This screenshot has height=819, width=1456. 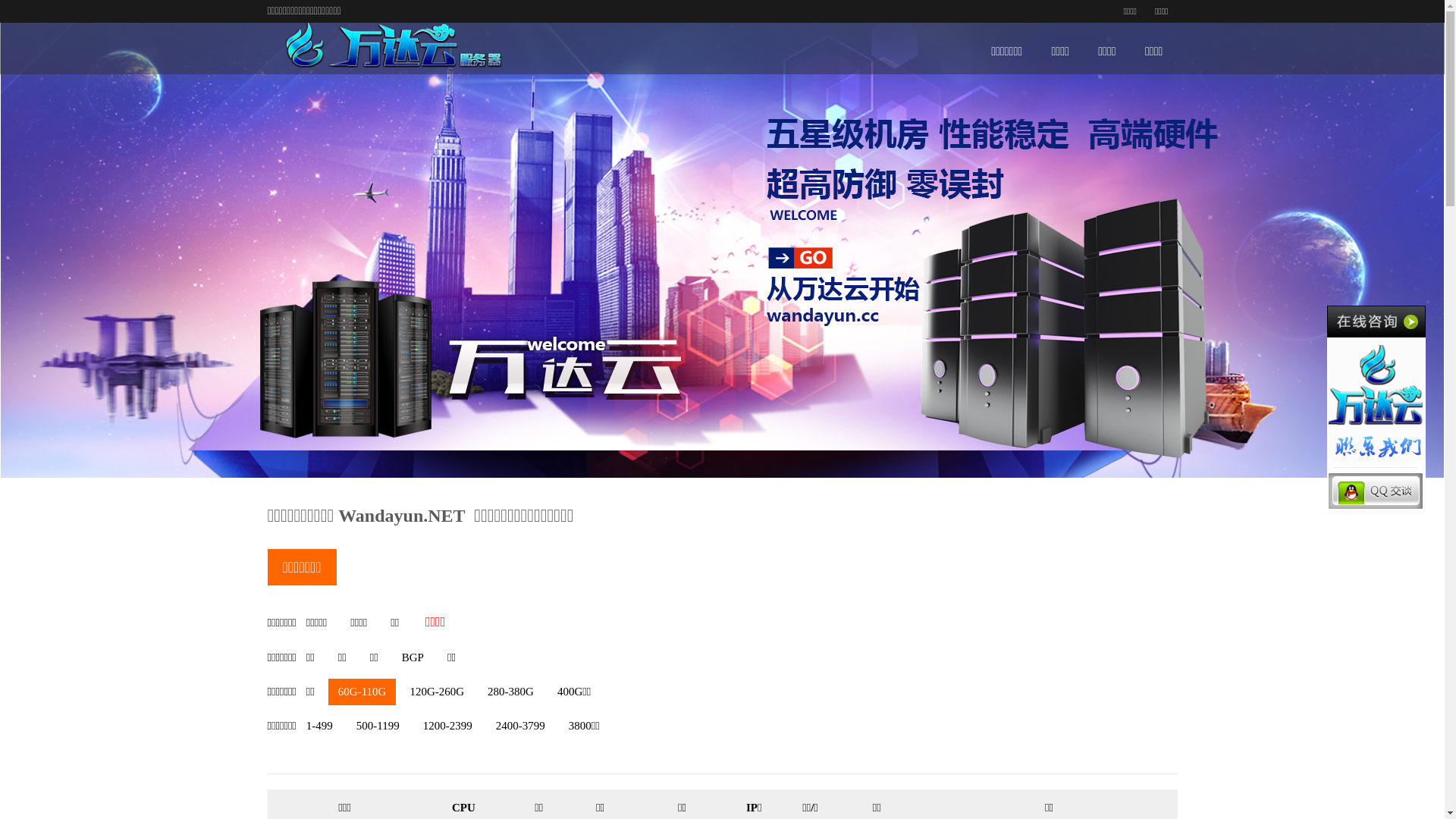 What do you see at coordinates (413, 657) in the screenshot?
I see `'BGP'` at bounding box center [413, 657].